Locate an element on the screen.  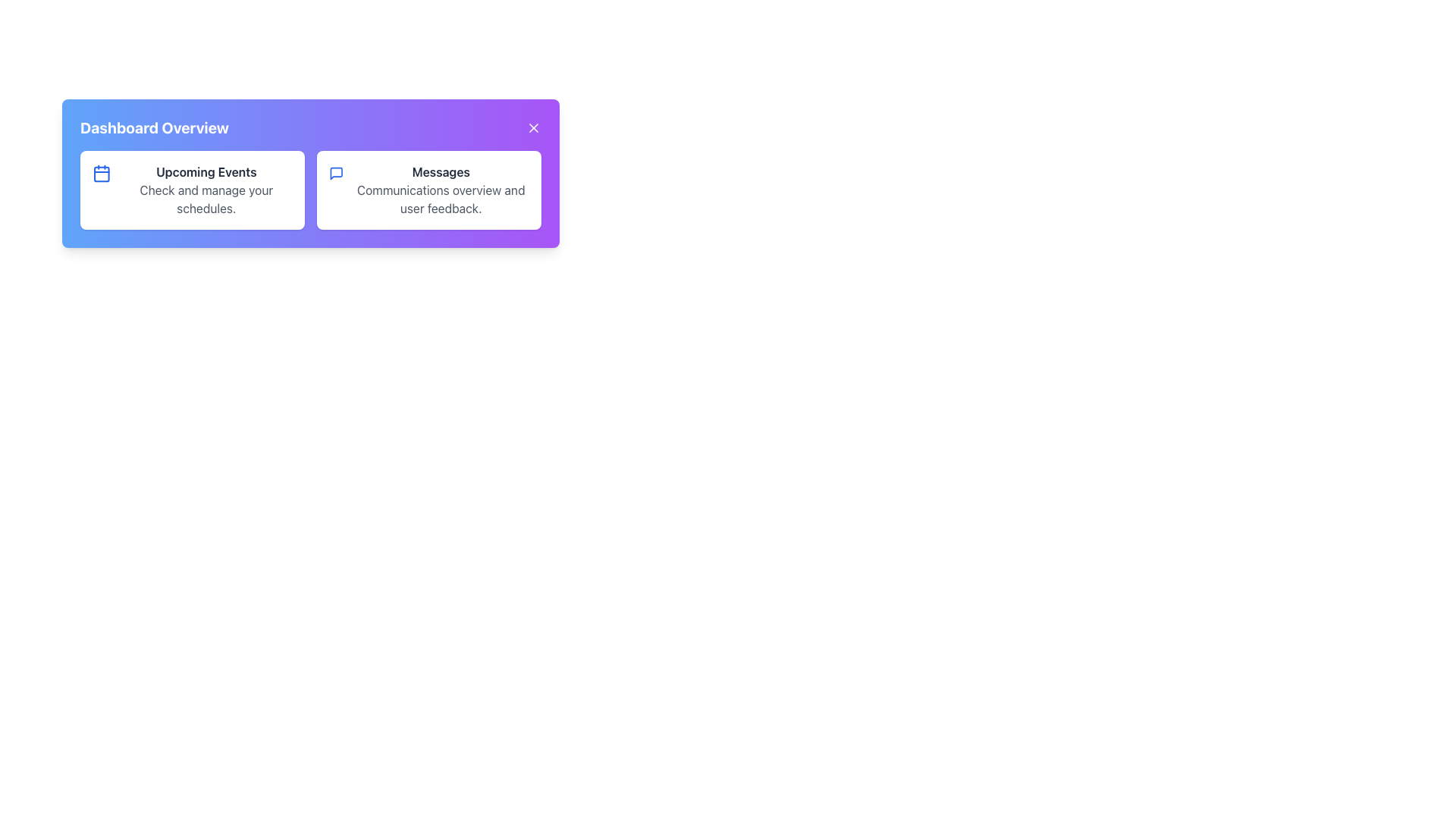
the blue speech bubble icon located to the left of the 'Messages' label on the dashboard overview pane is located at coordinates (335, 172).